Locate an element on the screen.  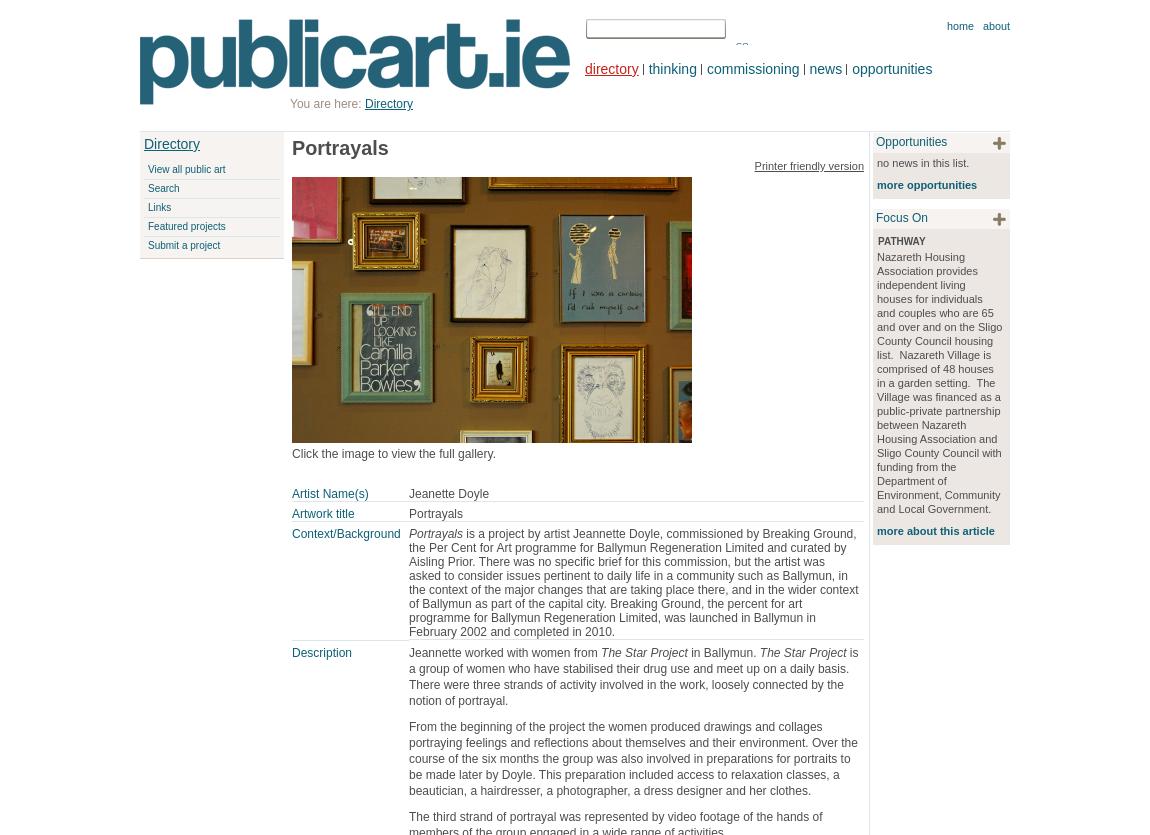
'in Ballymun.' is located at coordinates (686, 651).